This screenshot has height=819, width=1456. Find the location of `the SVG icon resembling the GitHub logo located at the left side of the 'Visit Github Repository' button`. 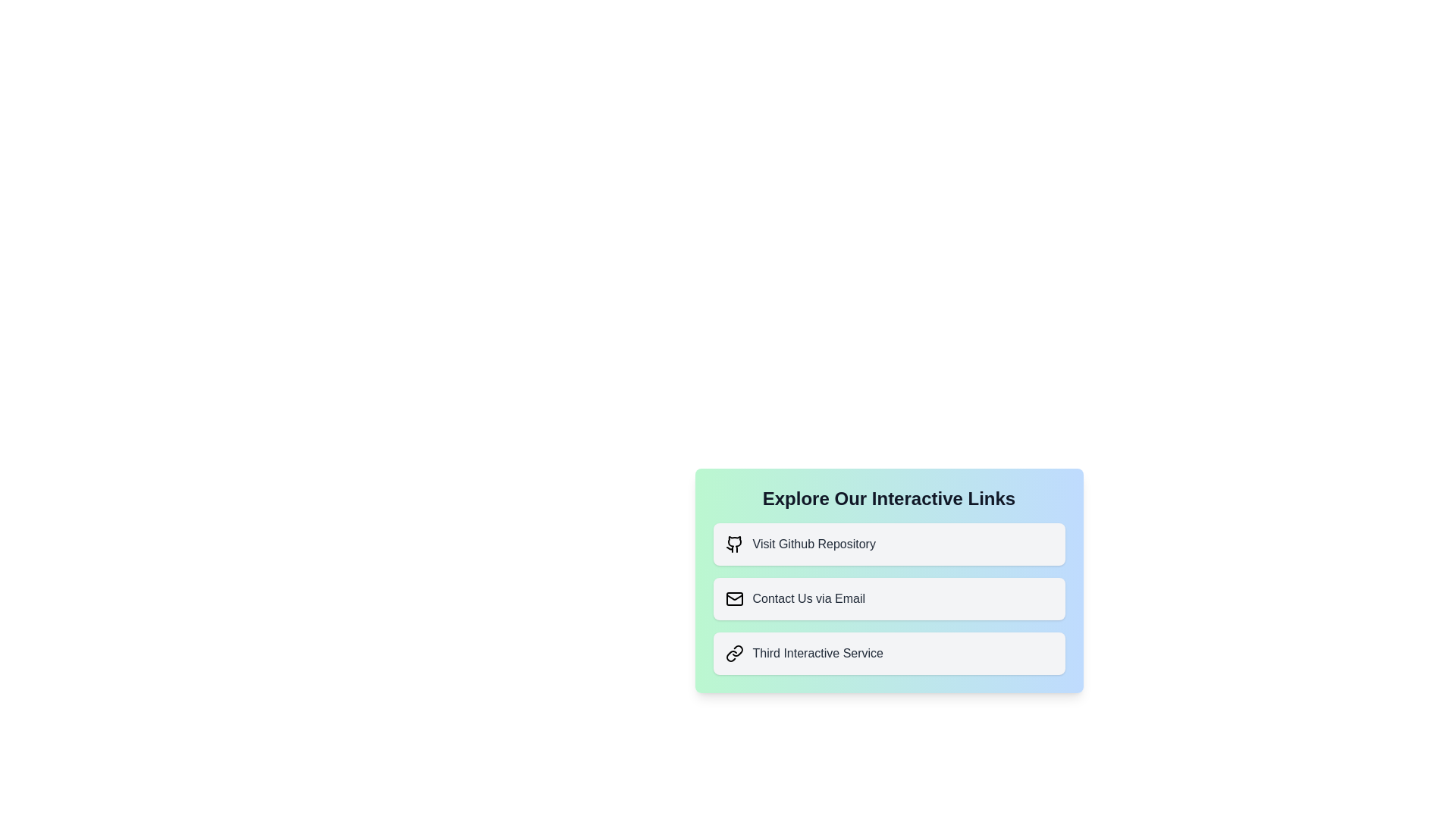

the SVG icon resembling the GitHub logo located at the left side of the 'Visit Github Repository' button is located at coordinates (734, 543).